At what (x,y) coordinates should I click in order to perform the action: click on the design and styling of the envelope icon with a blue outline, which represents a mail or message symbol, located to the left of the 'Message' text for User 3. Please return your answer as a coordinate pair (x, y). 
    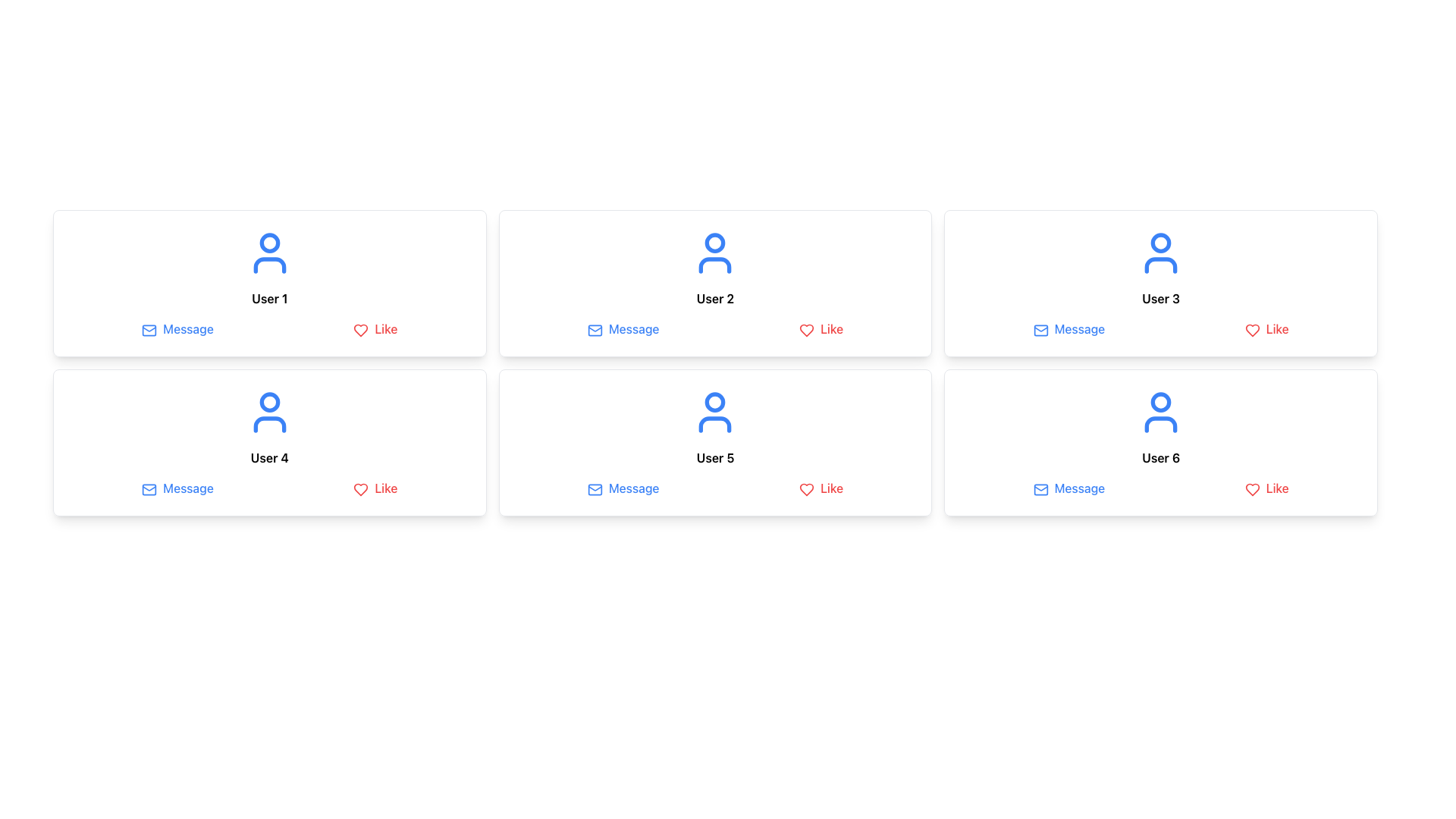
    Looking at the image, I should click on (1040, 329).